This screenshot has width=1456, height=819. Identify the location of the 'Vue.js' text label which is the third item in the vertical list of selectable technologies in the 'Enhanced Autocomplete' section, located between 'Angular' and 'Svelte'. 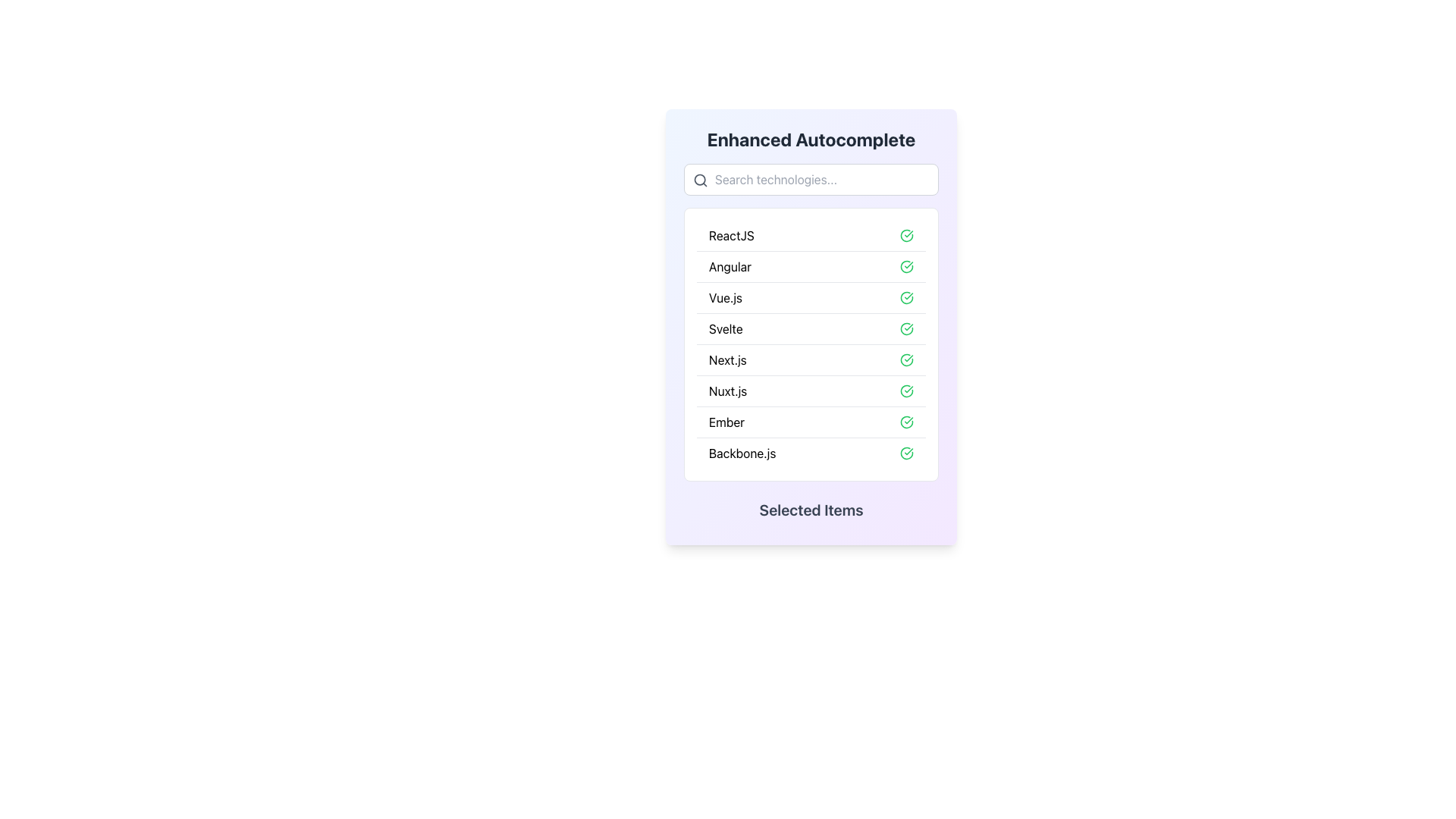
(725, 298).